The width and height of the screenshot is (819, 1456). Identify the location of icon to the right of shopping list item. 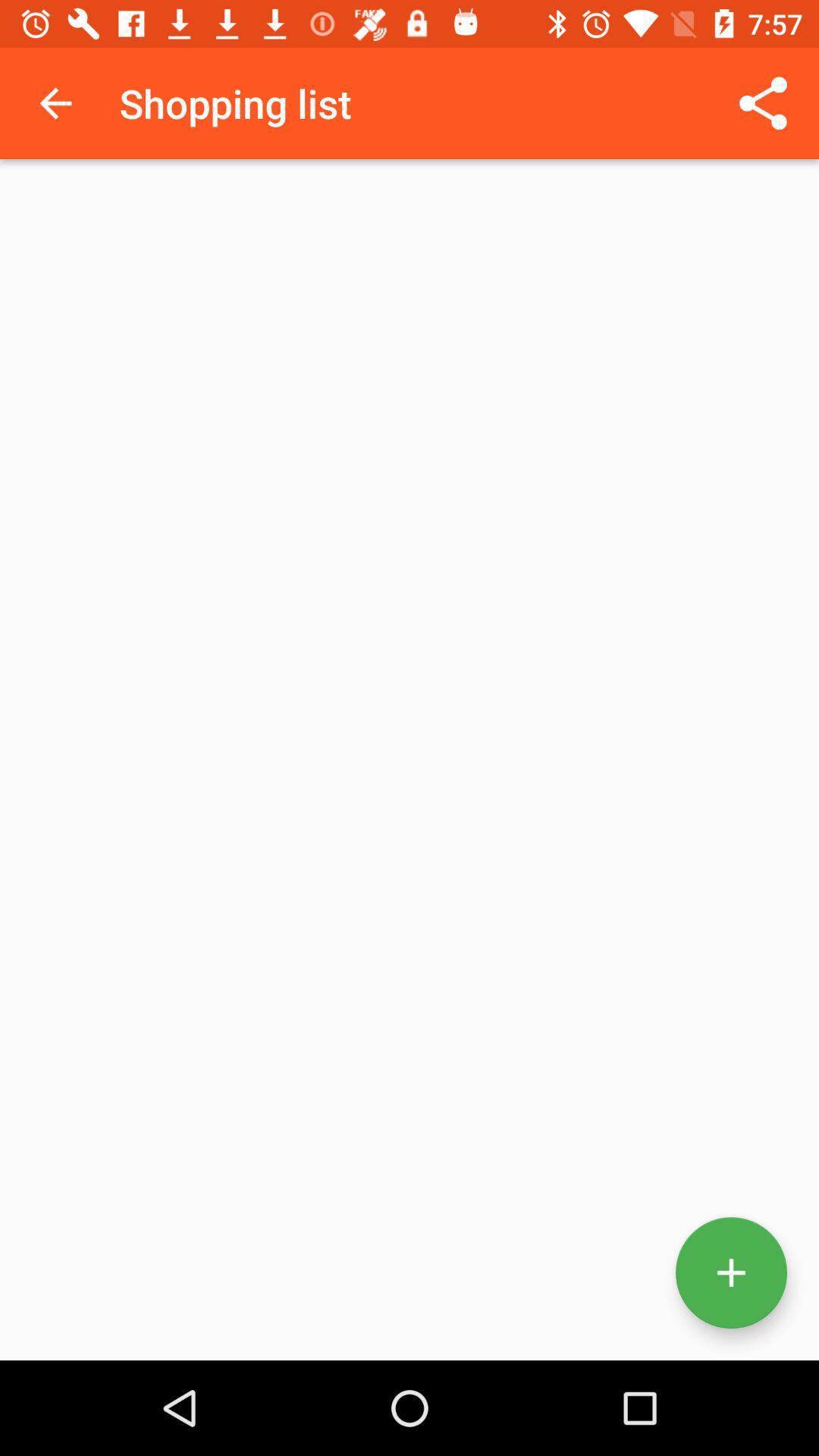
(763, 102).